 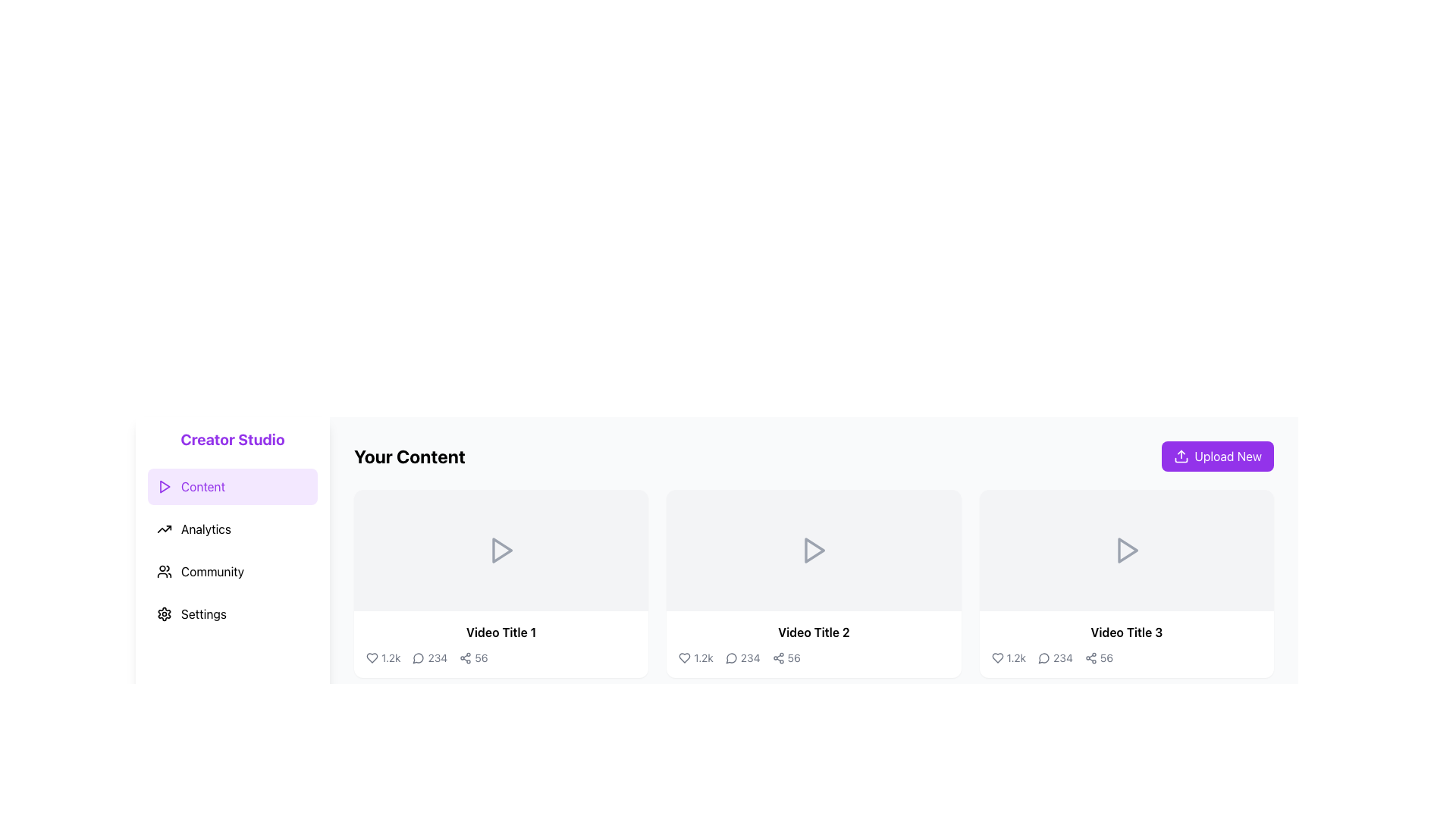 What do you see at coordinates (1126, 632) in the screenshot?
I see `the text label displaying 'Video Title 3', which is bold and larger than surrounding text, located beneath a video thumbnail in the third card from the left` at bounding box center [1126, 632].